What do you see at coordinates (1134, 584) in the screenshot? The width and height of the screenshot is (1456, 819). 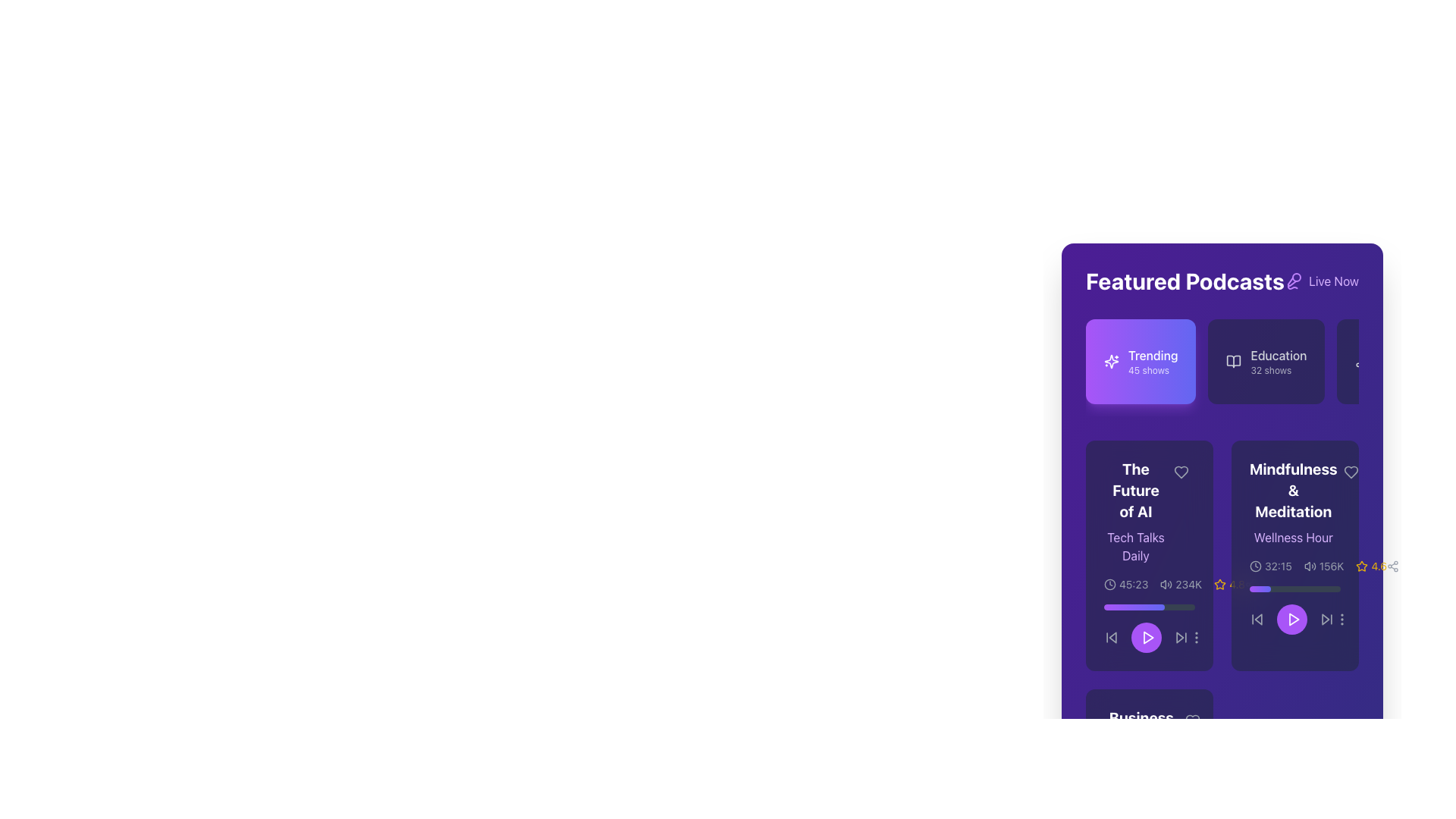 I see `the text label displaying '45:23' located at the bottom-left area of the card labeled 'The Future of AI'` at bounding box center [1134, 584].